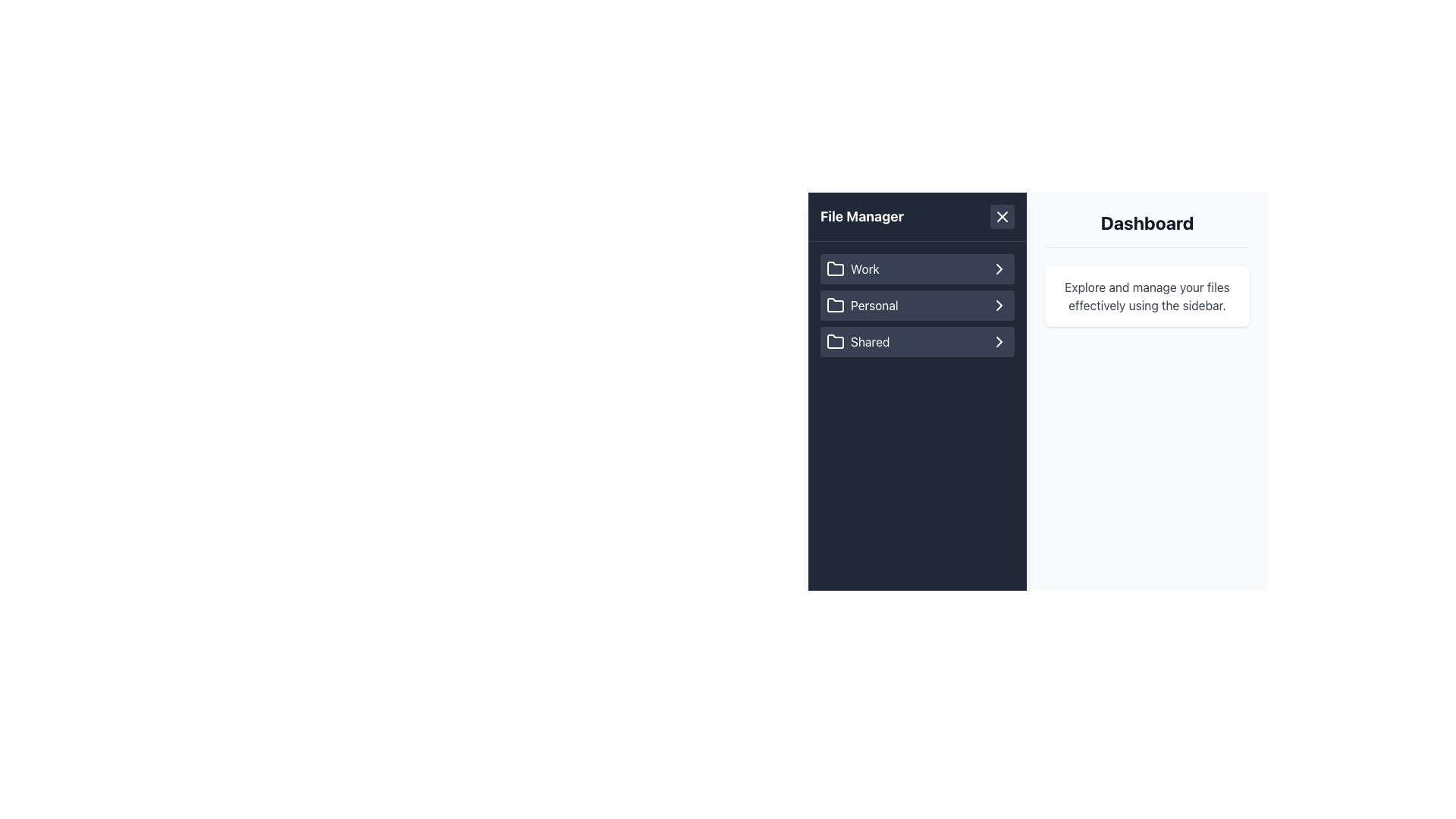 The width and height of the screenshot is (1456, 819). I want to click on the 'Shared' folder icon and text element located in the sidebar, which is the third item in the vertical list of navigation options, so click(858, 342).